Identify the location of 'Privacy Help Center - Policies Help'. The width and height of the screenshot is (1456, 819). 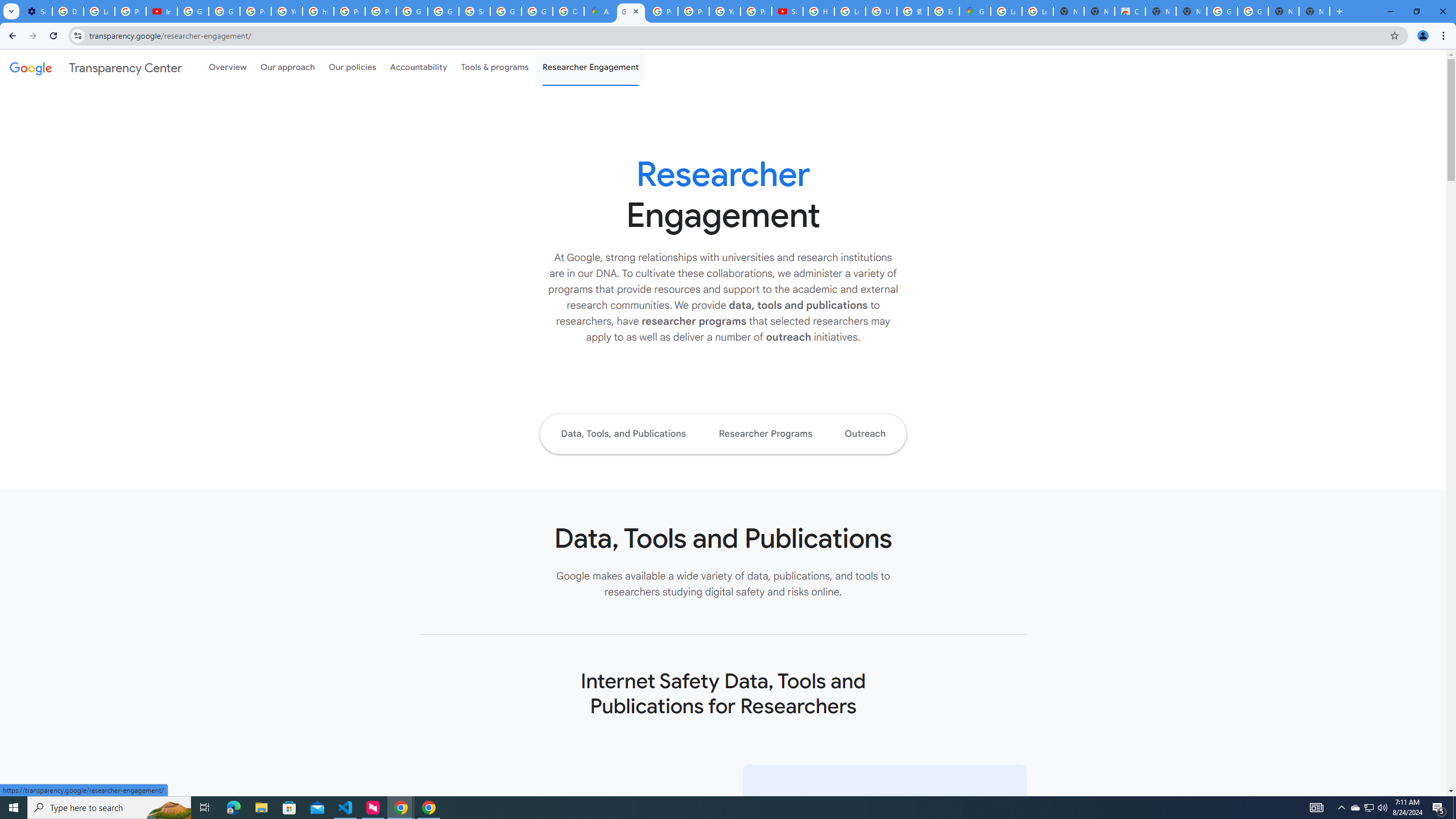
(693, 11).